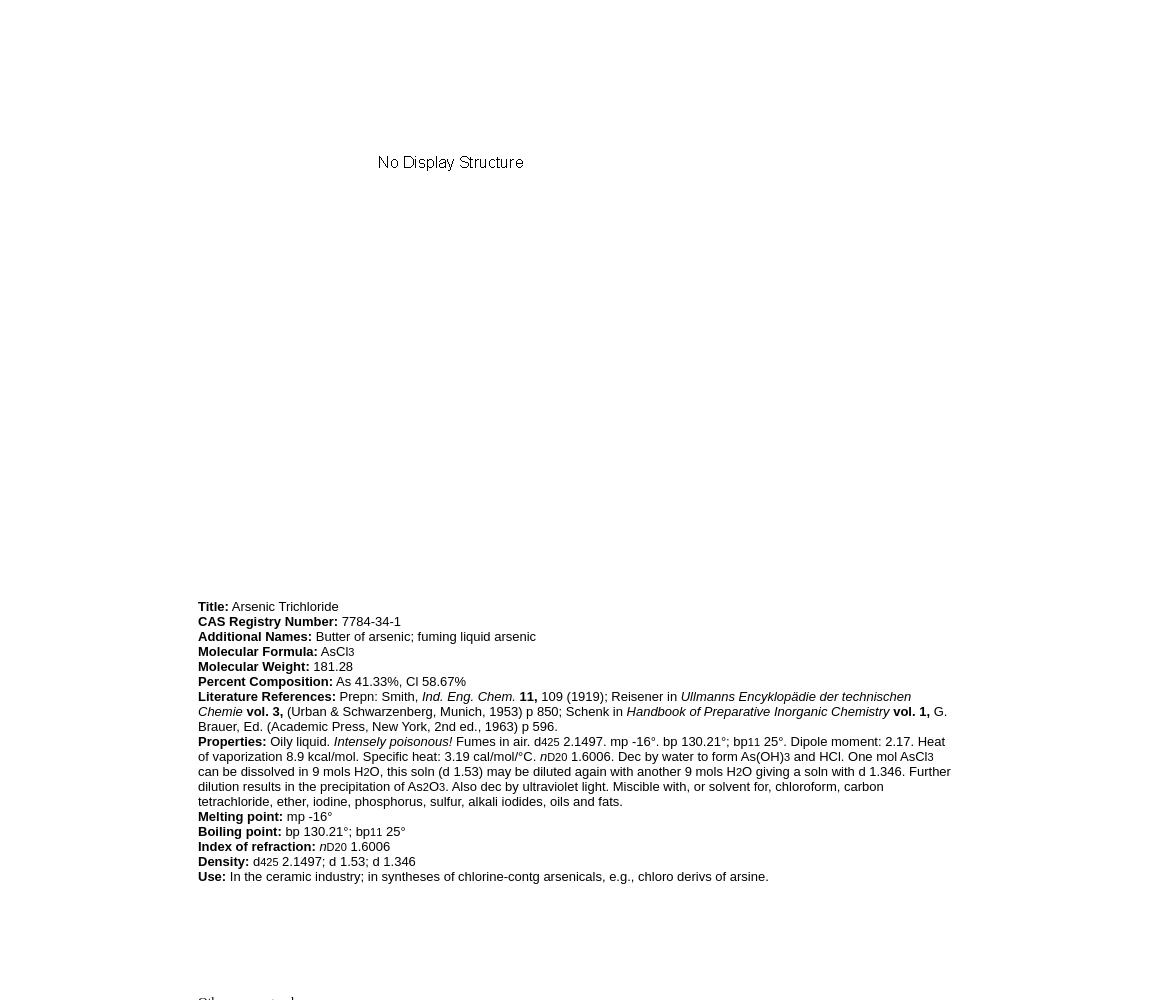 The width and height of the screenshot is (1150, 1000). Describe the element at coordinates (330, 666) in the screenshot. I see `'181.28'` at that location.